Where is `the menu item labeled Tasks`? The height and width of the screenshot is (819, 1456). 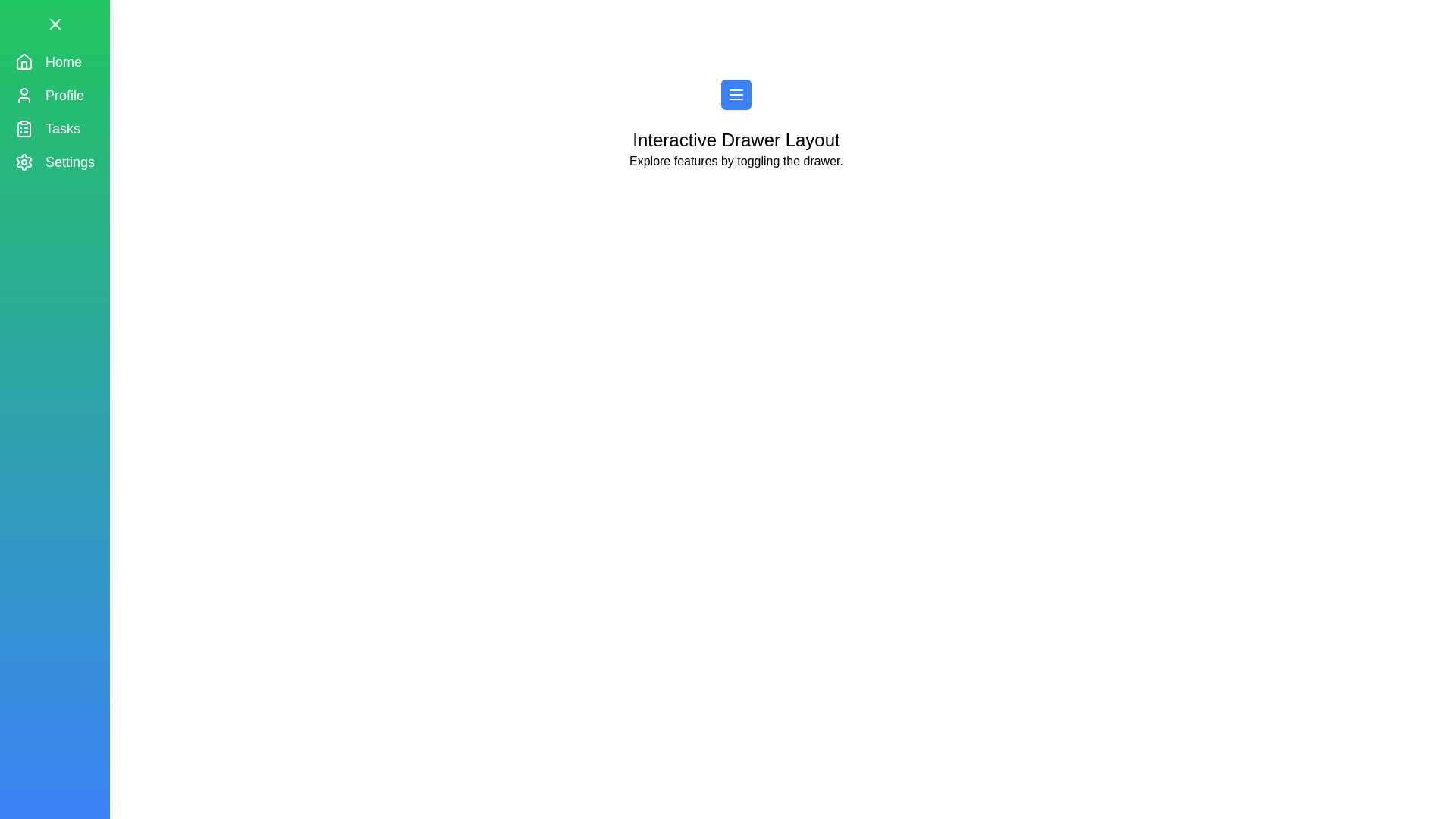
the menu item labeled Tasks is located at coordinates (55, 127).